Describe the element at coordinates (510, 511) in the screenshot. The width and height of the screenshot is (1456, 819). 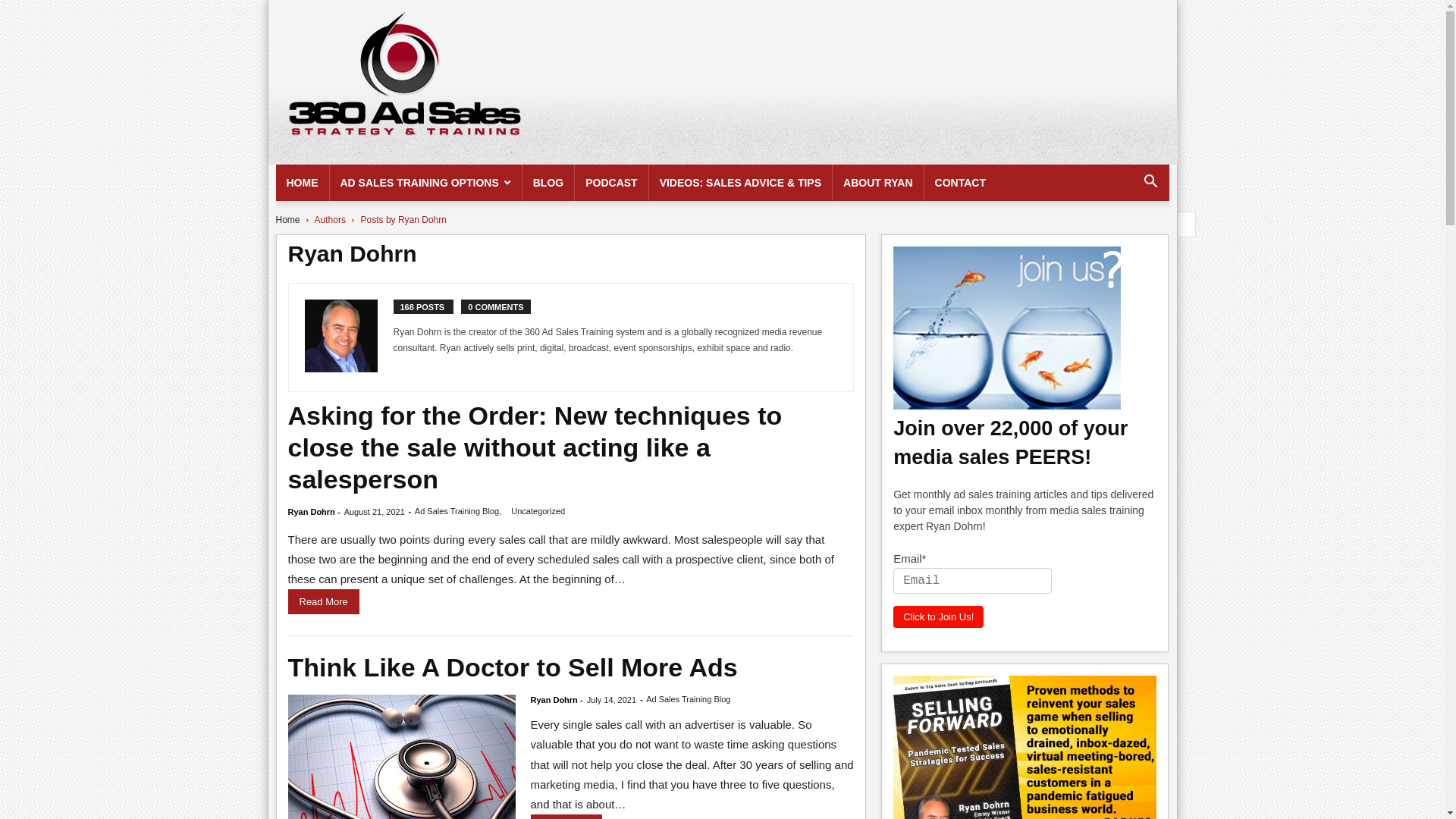
I see `'Uncategorized'` at that location.